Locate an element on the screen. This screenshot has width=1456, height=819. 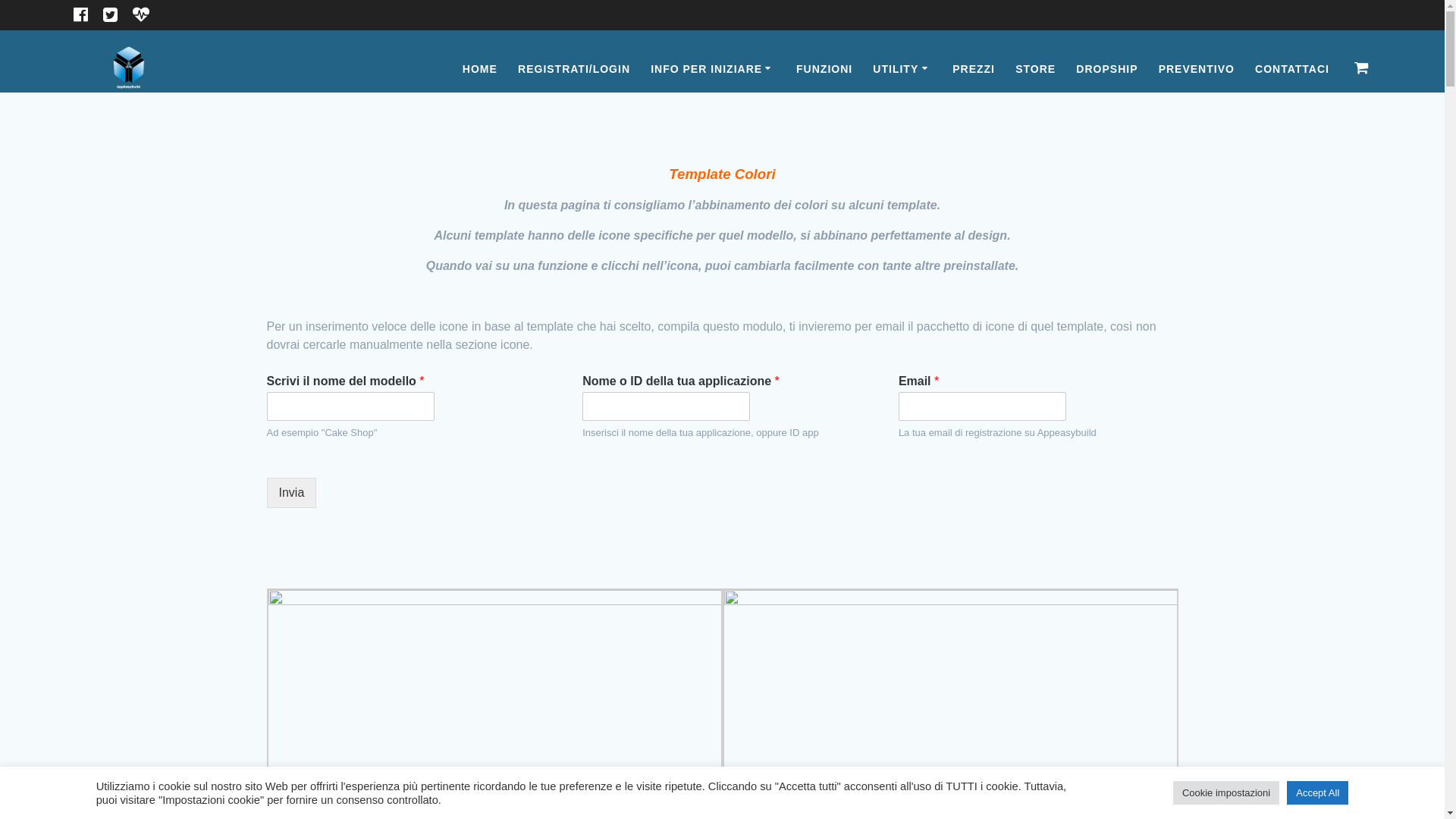
'STORE' is located at coordinates (1015, 69).